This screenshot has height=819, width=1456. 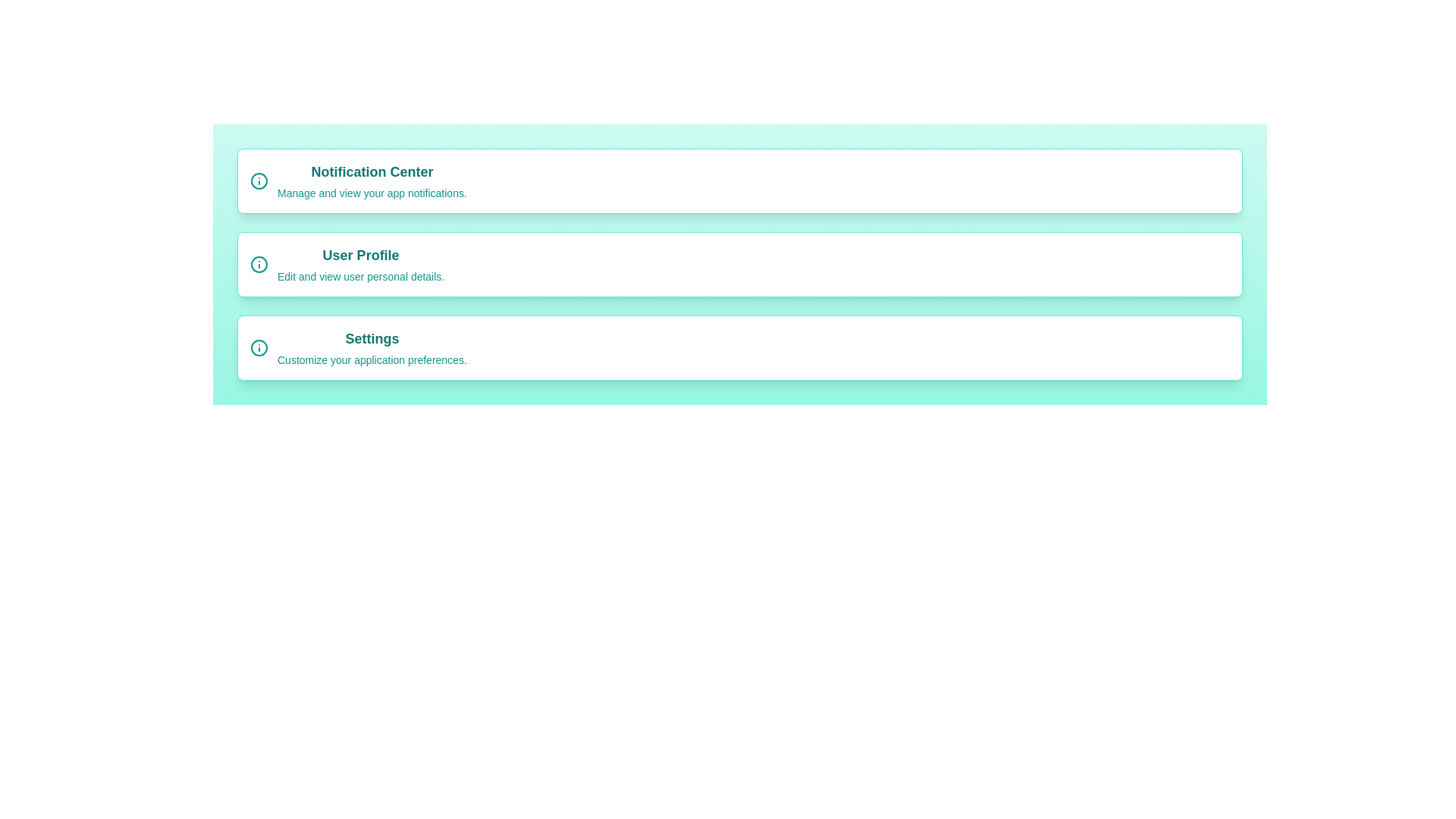 What do you see at coordinates (259, 263) in the screenshot?
I see `the informational indicator icon located to the left of the 'User Profile' title in the card-like section` at bounding box center [259, 263].